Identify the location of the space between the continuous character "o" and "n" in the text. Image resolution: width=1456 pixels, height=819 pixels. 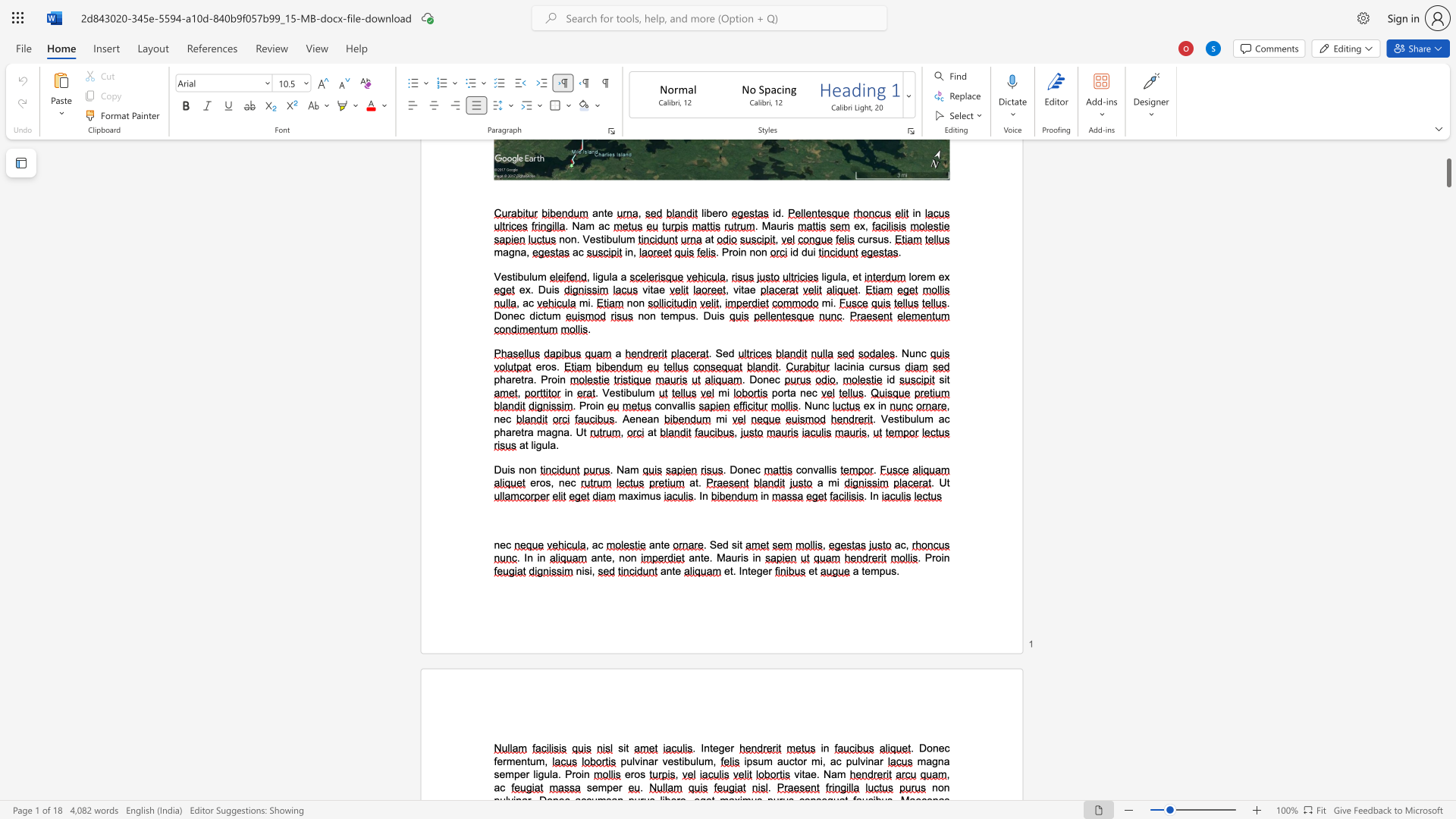
(630, 557).